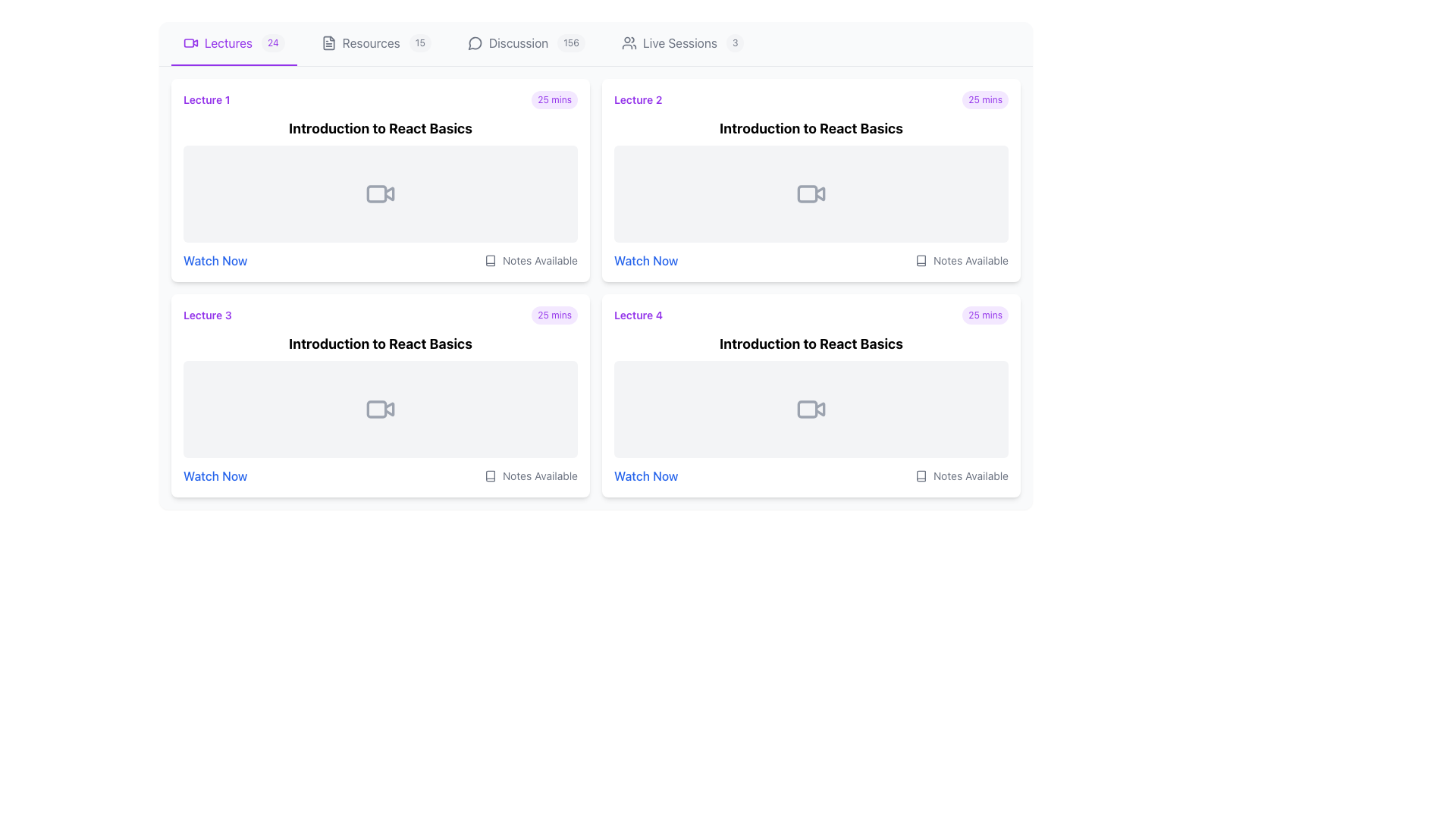 Image resolution: width=1456 pixels, height=819 pixels. What do you see at coordinates (381, 344) in the screenshot?
I see `the text label displaying 'Introduction to React Basics', which is part of the lecture cards grid in the second row, first column` at bounding box center [381, 344].